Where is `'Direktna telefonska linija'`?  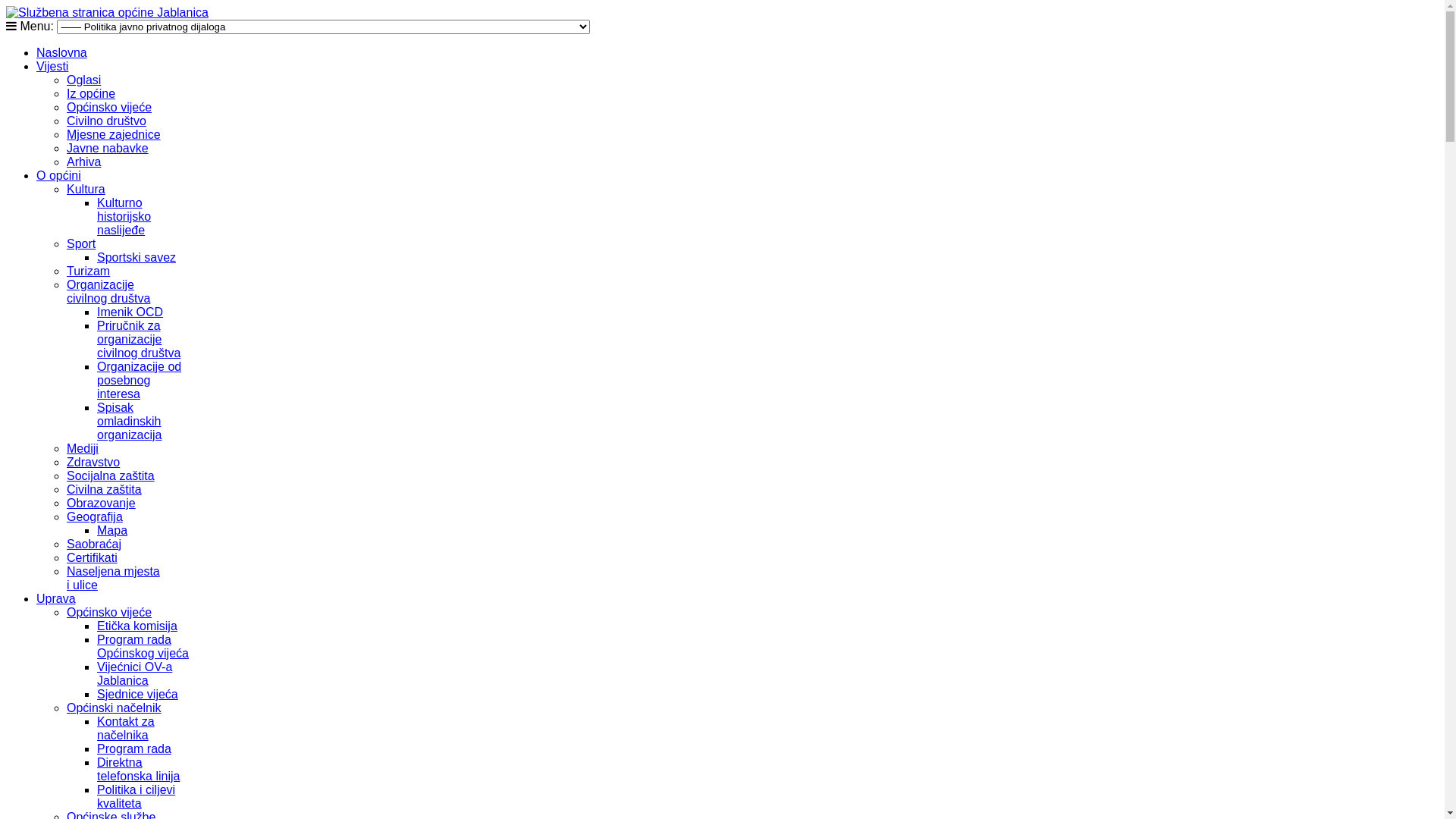
'Direktna telefonska linija' is located at coordinates (138, 769).